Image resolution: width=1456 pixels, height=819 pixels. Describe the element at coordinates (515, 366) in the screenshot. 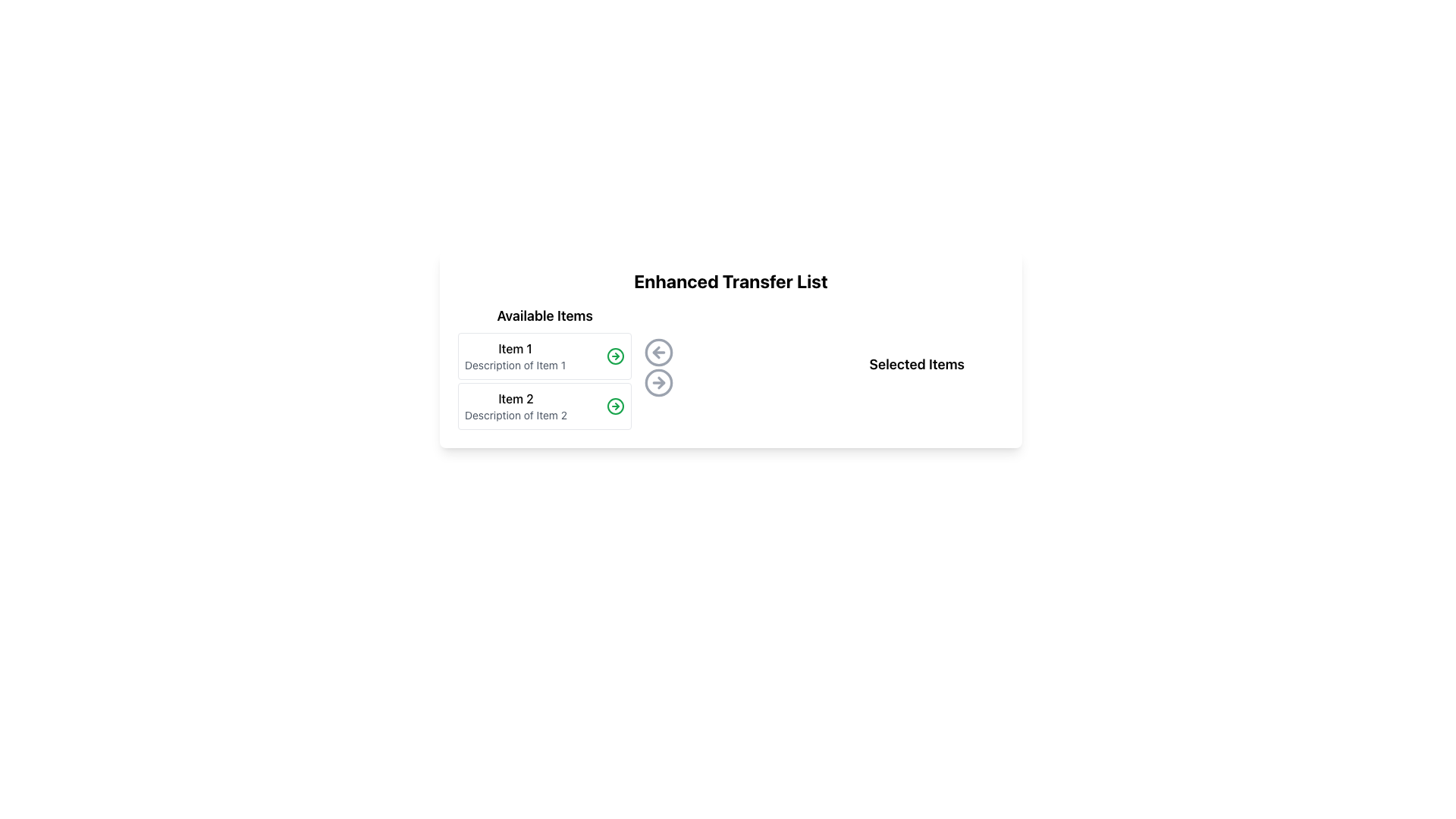

I see `the text label displaying 'Description of Item 1', which is located directly beneath the bold 'Item 1' text in the 'Available Items' list` at that location.